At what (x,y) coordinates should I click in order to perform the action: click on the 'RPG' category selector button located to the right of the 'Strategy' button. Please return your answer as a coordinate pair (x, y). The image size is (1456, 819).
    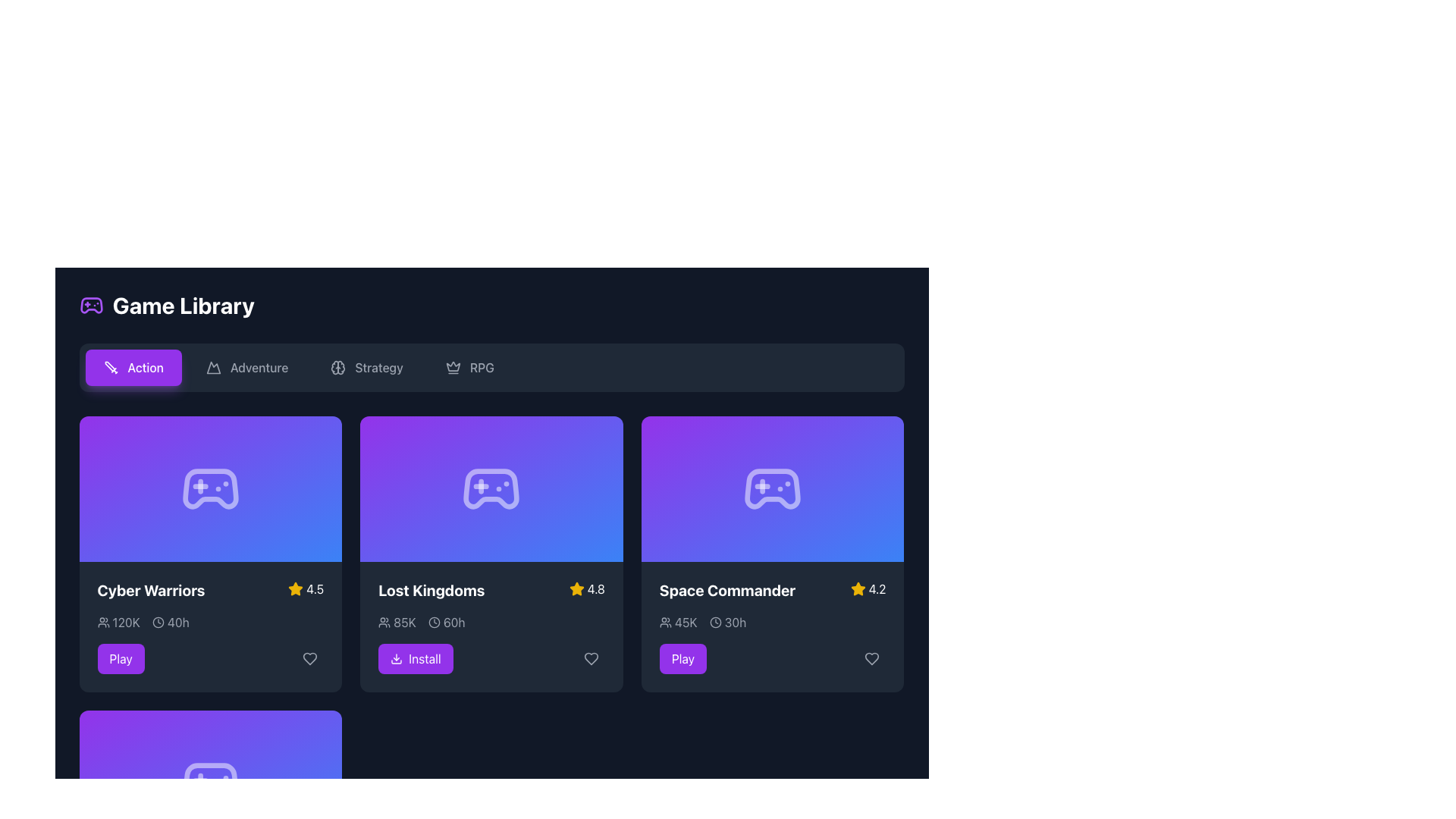
    Looking at the image, I should click on (469, 368).